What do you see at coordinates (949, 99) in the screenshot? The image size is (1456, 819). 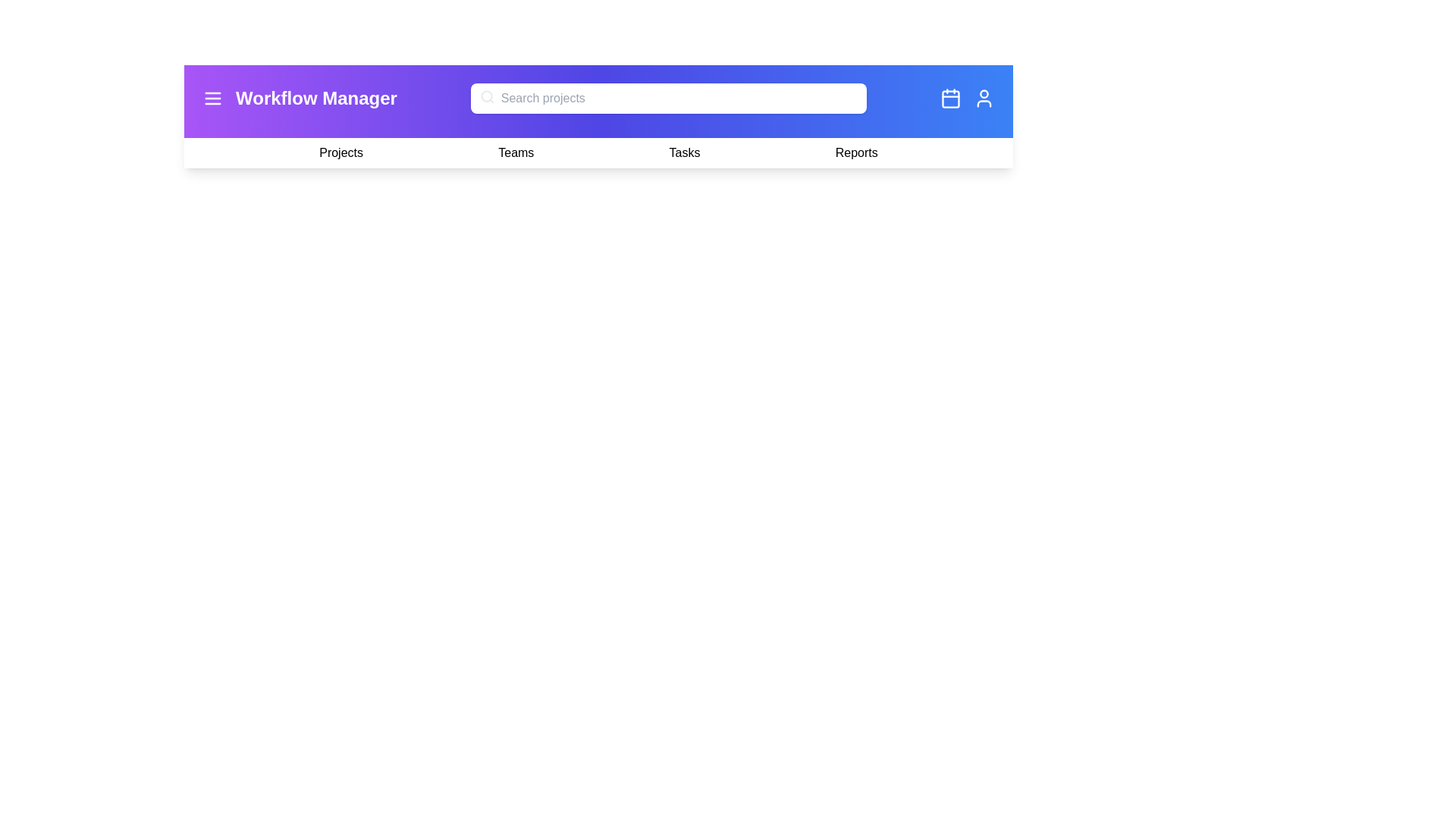 I see `the calendar icon to view the schedule` at bounding box center [949, 99].